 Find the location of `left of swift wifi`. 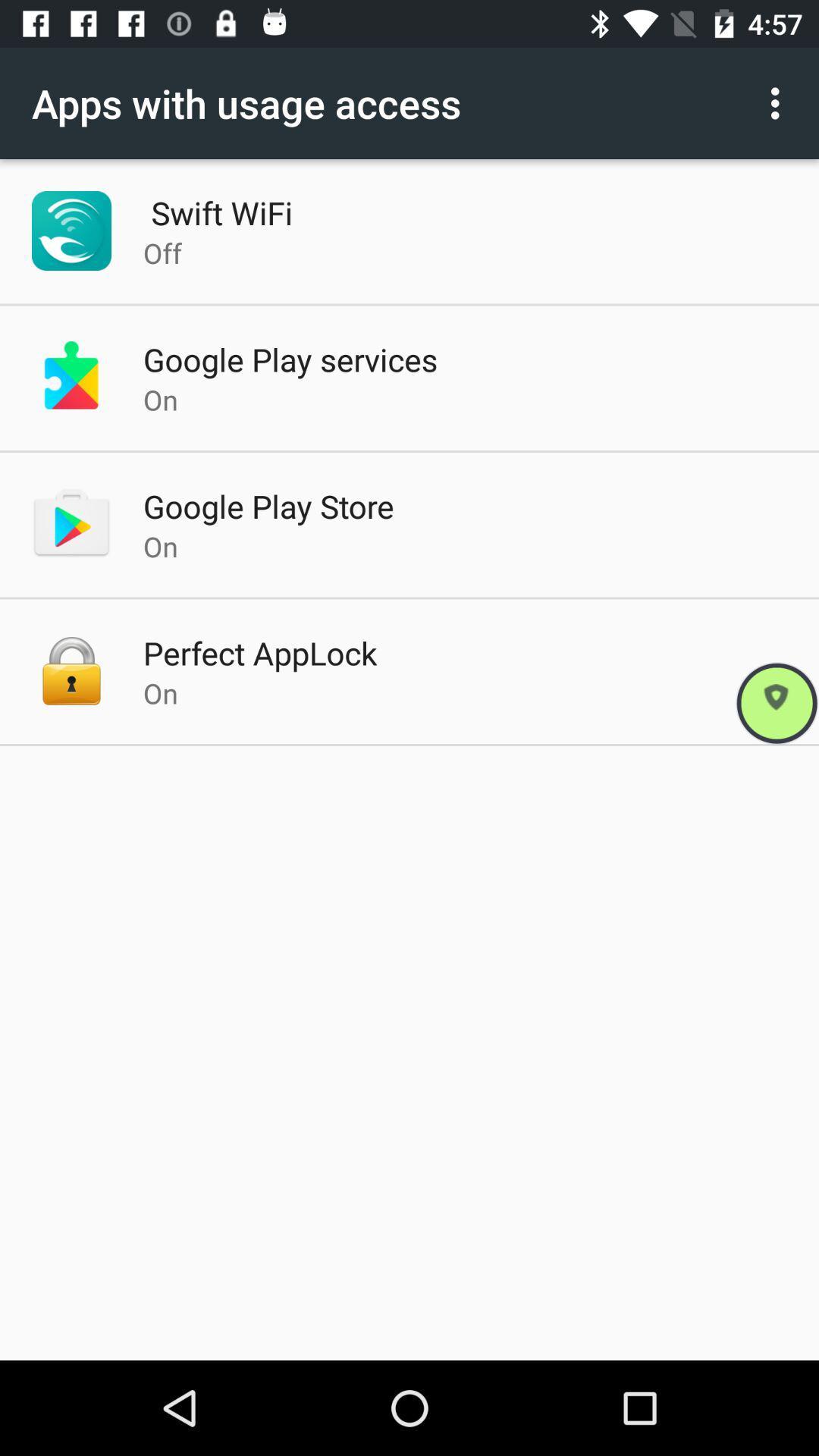

left of swift wifi is located at coordinates (71, 230).